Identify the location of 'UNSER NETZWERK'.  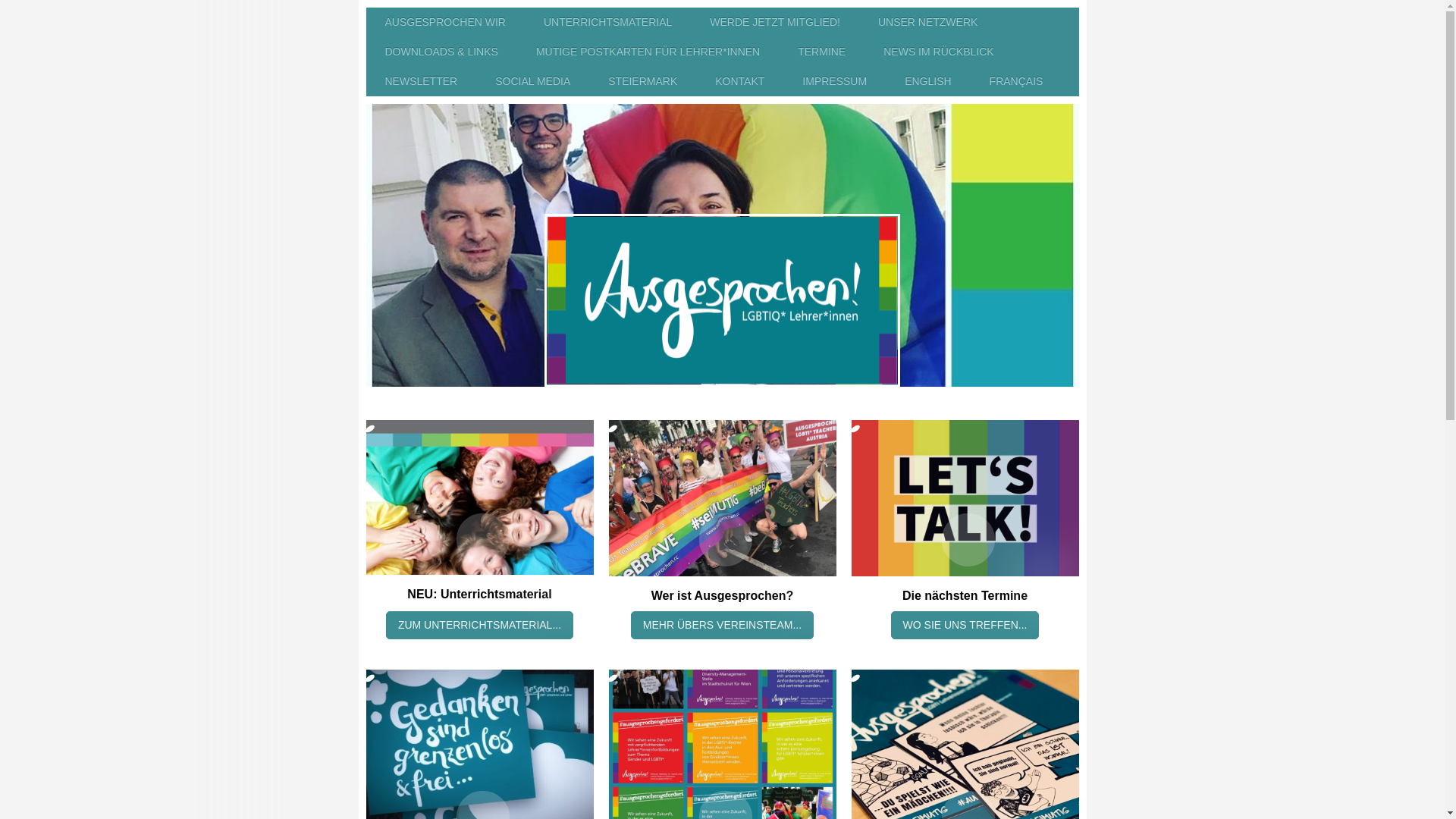
(927, 22).